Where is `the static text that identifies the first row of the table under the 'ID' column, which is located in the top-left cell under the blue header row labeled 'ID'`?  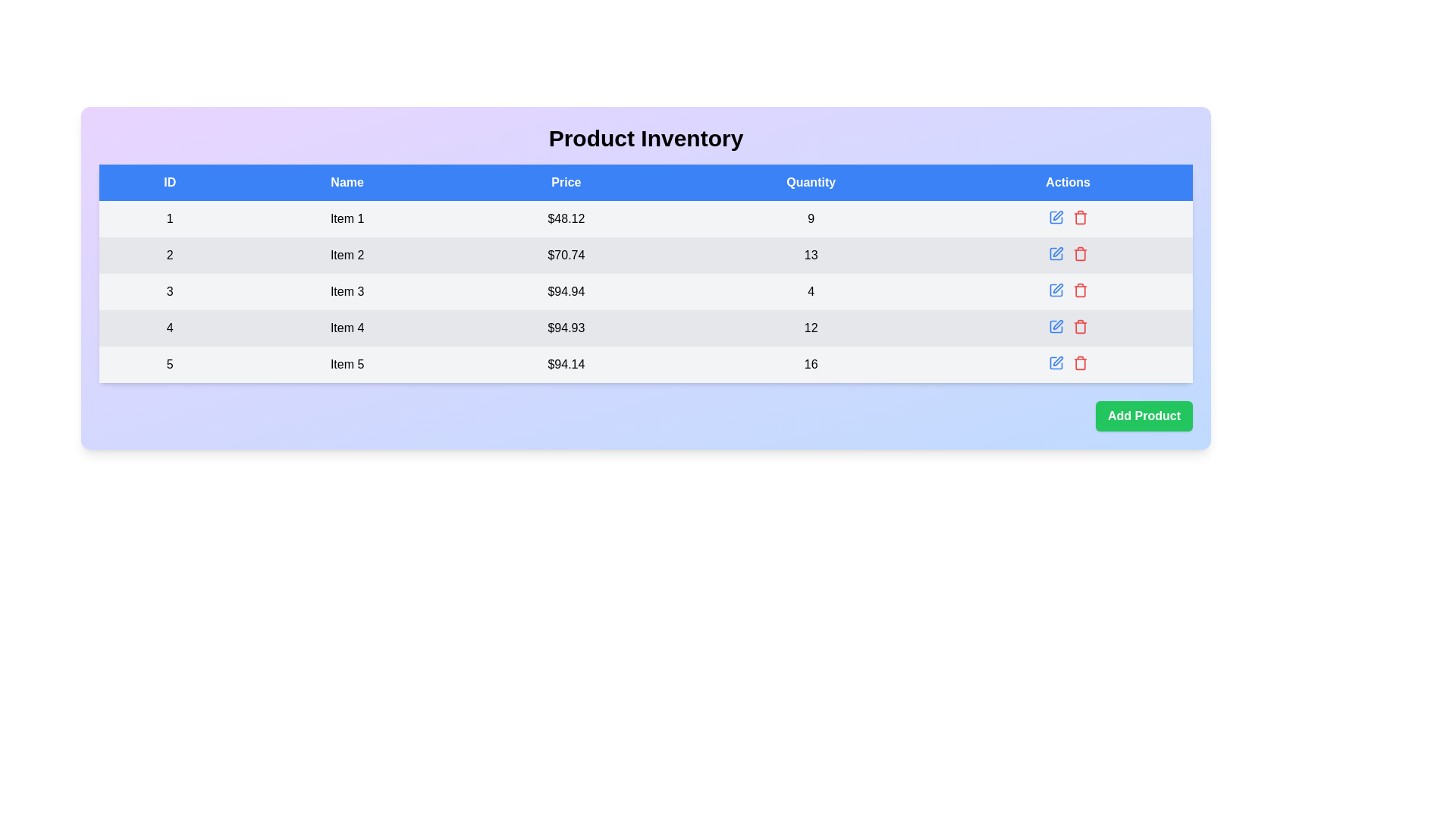
the static text that identifies the first row of the table under the 'ID' column, which is located in the top-left cell under the blue header row labeled 'ID' is located at coordinates (170, 219).